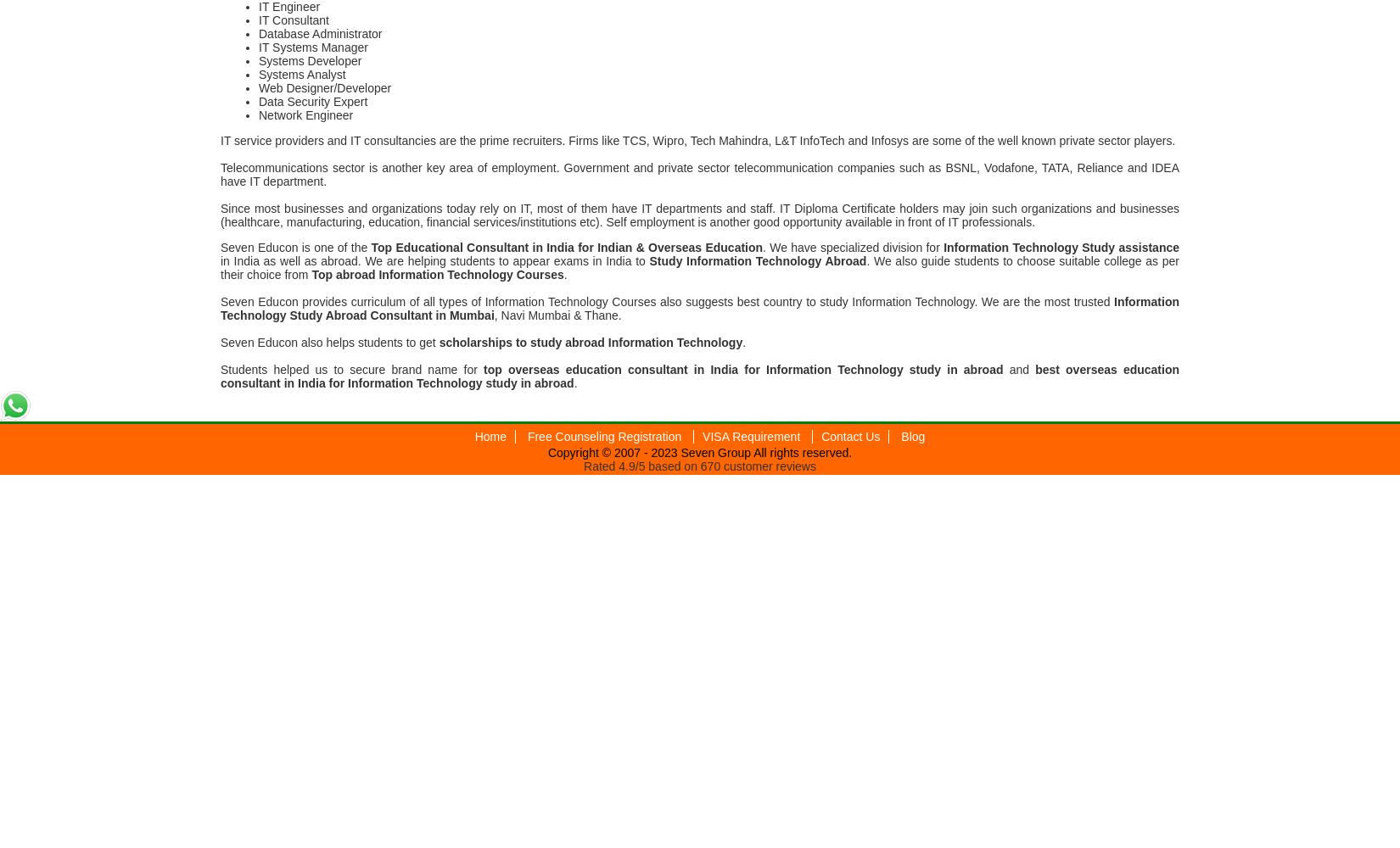 The width and height of the screenshot is (1400, 848). What do you see at coordinates (753, 436) in the screenshot?
I see `'VISA Requirement'` at bounding box center [753, 436].